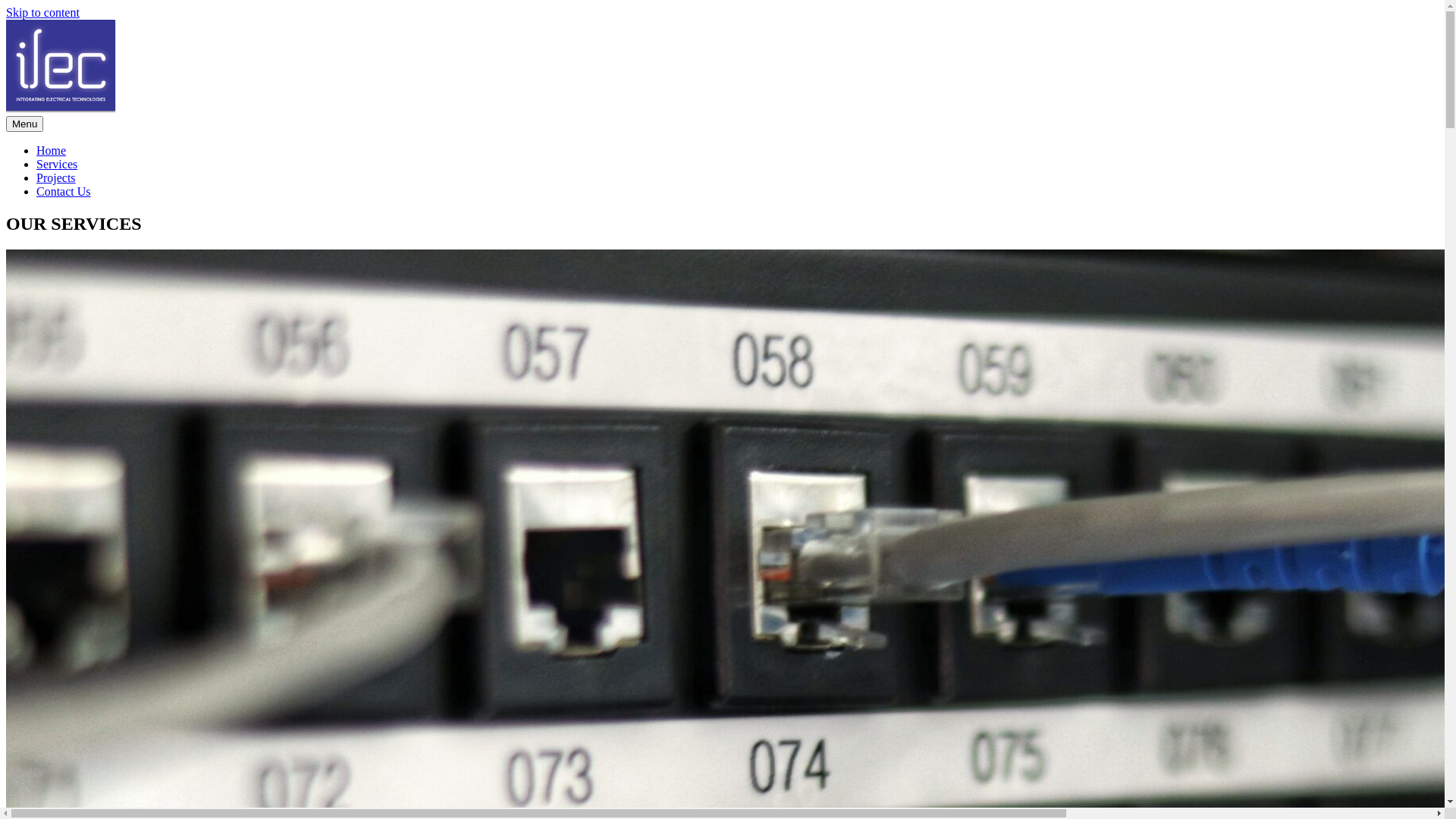 This screenshot has height=819, width=1456. I want to click on 'Menu', so click(24, 123).